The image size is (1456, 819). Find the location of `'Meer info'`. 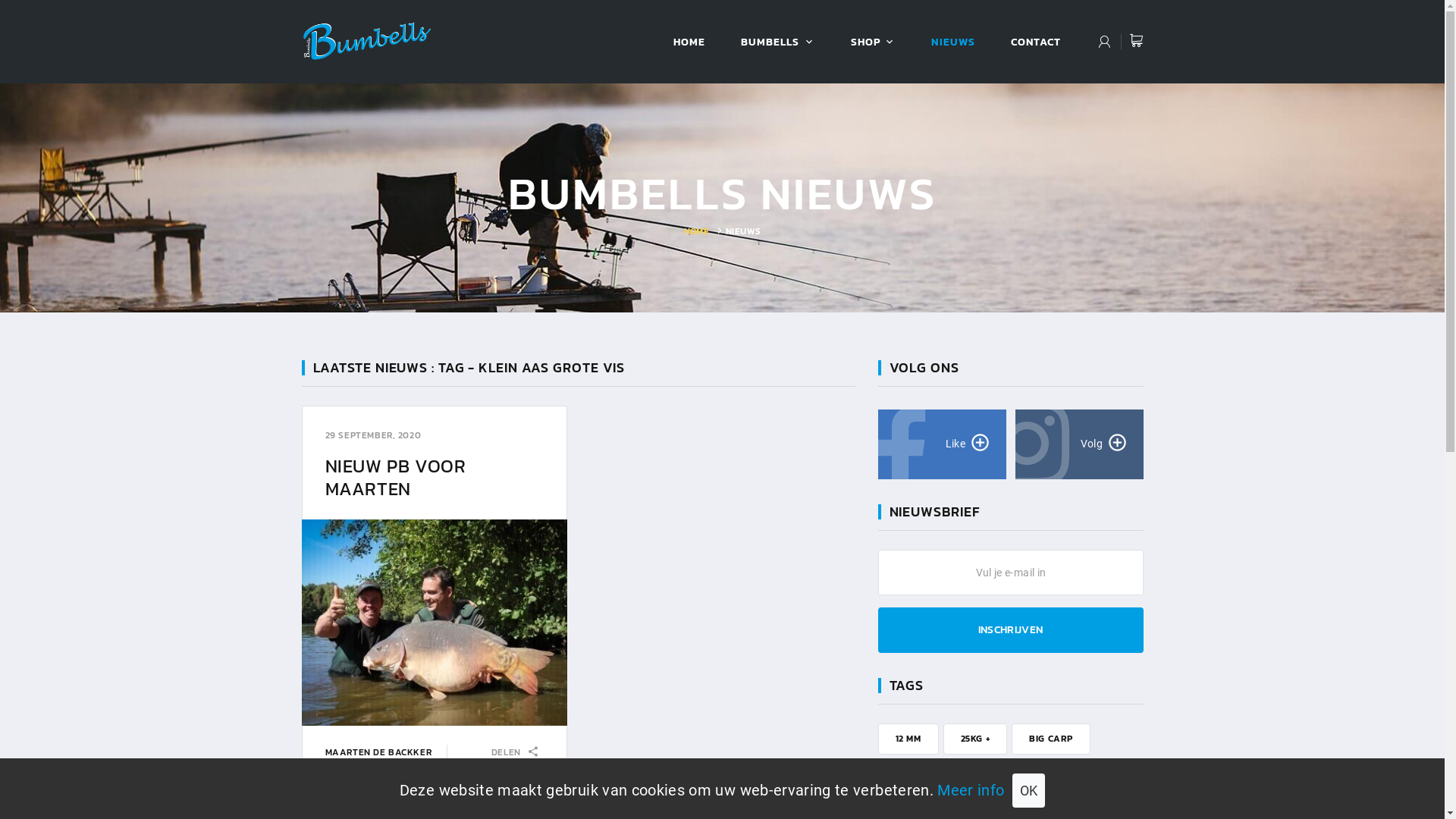

'Meer info' is located at coordinates (971, 789).